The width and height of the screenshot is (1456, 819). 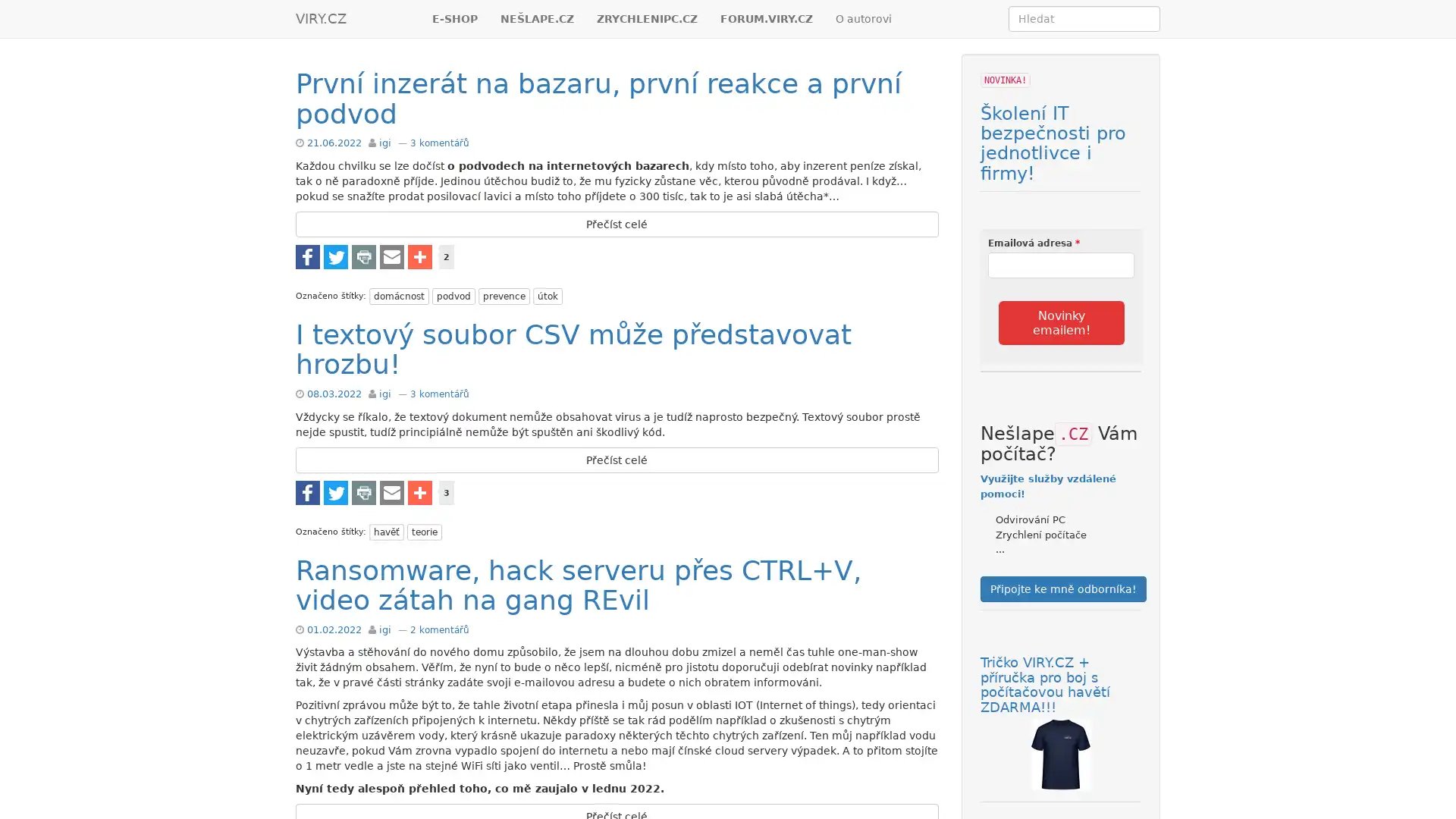 I want to click on Share to Tisknout, so click(x=364, y=491).